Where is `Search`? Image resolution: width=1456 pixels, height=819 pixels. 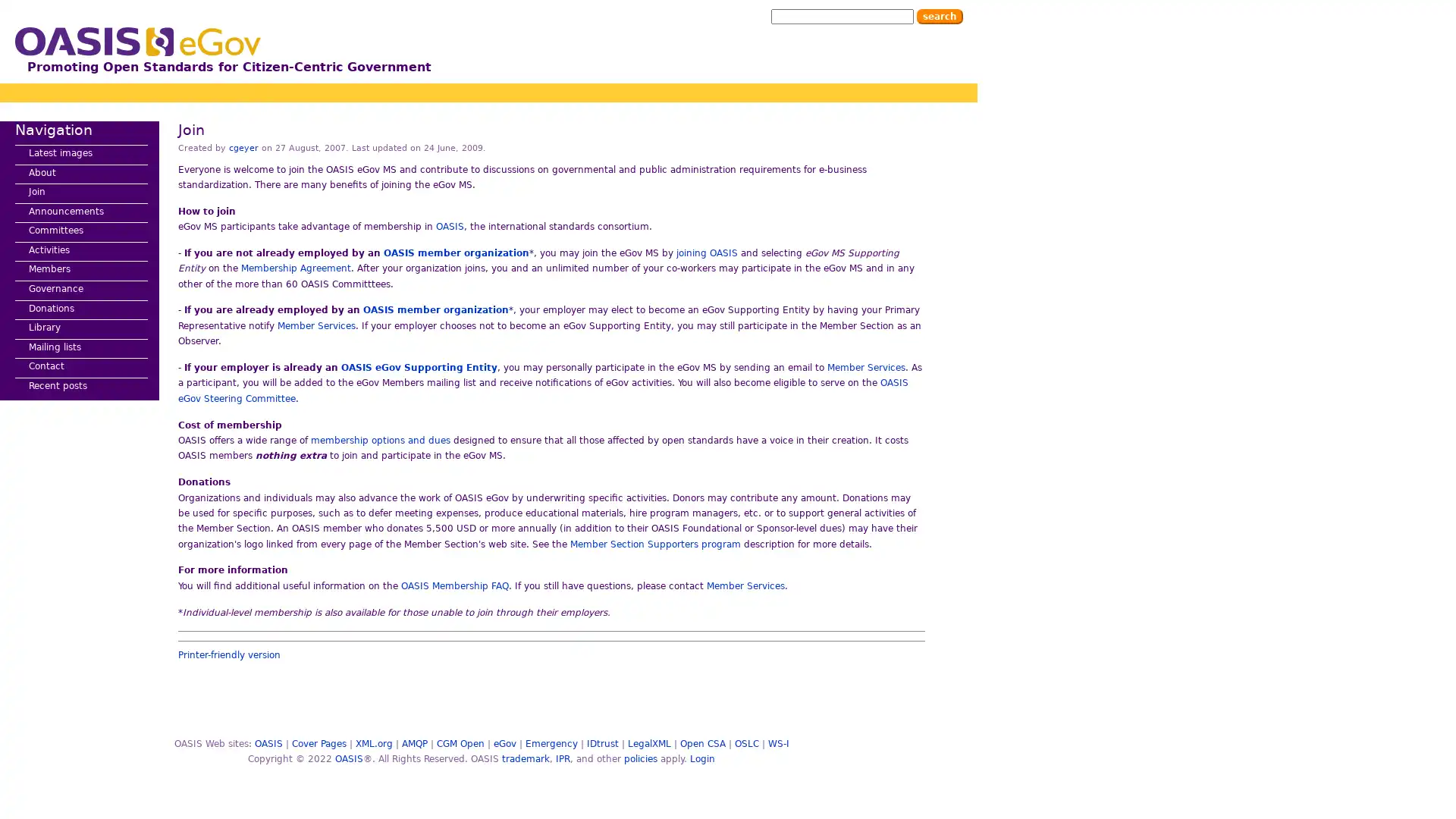 Search is located at coordinates (939, 17).